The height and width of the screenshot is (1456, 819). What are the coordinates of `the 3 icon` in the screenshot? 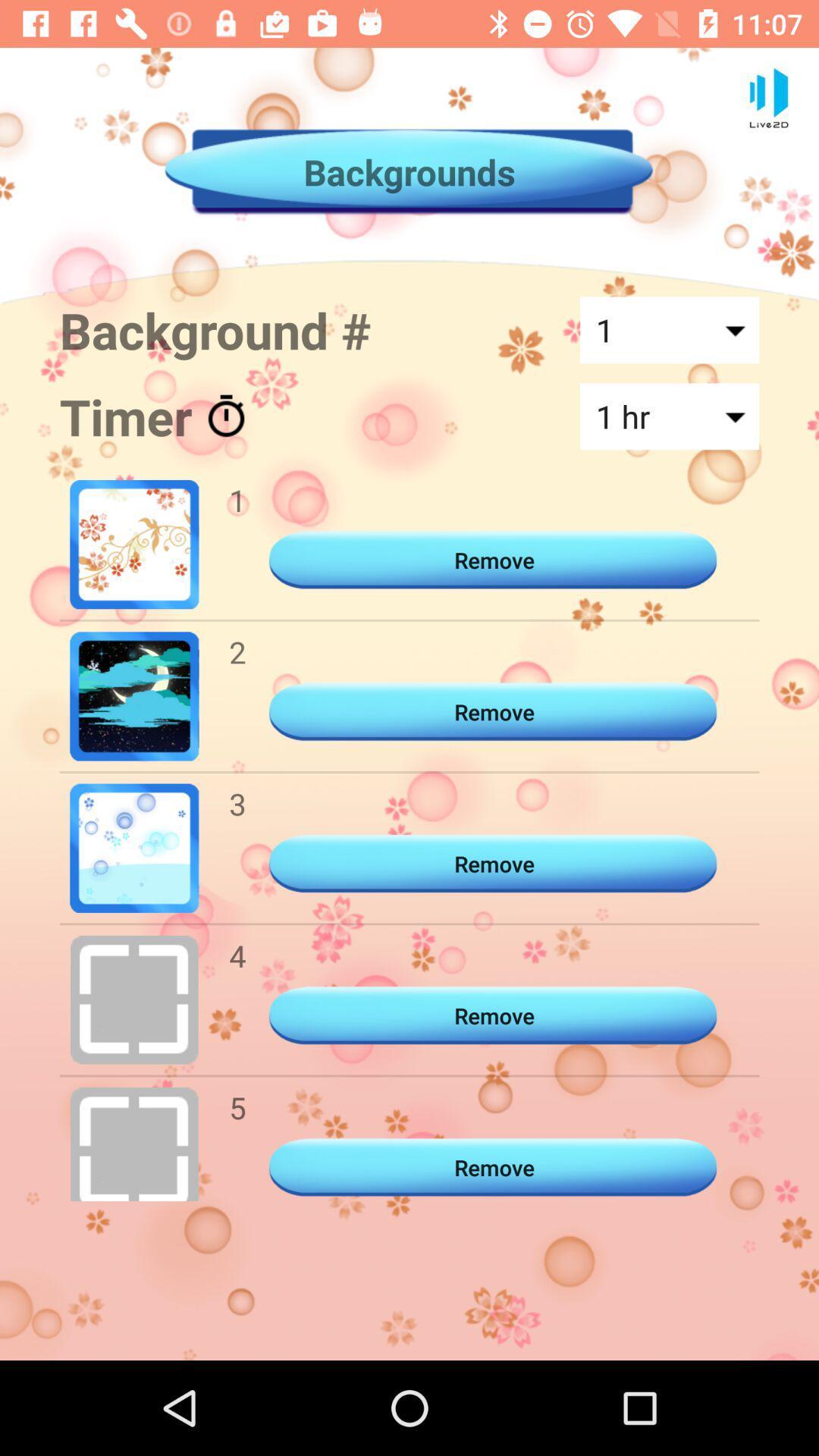 It's located at (237, 803).